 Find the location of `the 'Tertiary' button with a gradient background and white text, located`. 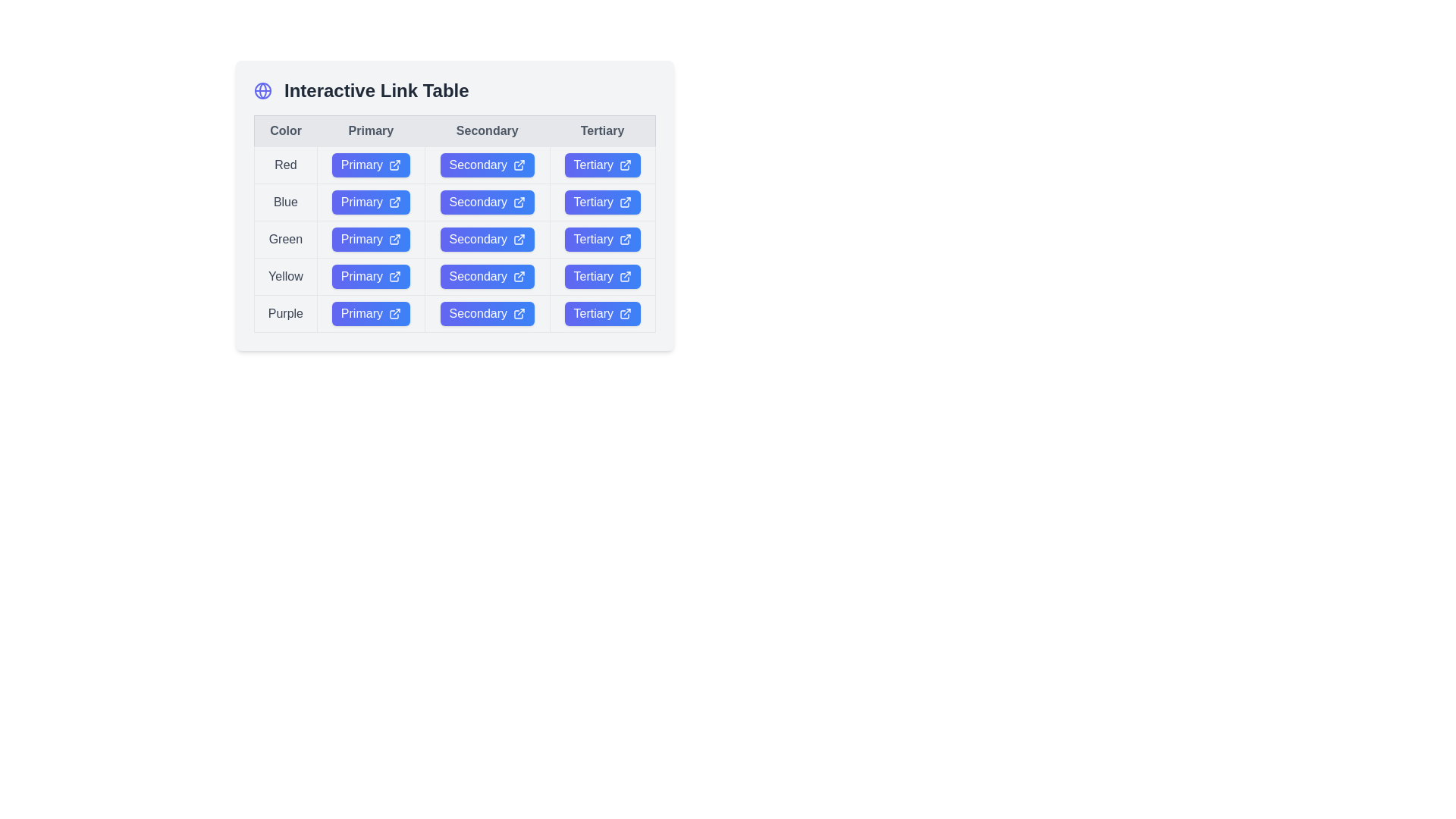

the 'Tertiary' button with a gradient background and white text, located is located at coordinates (601, 277).